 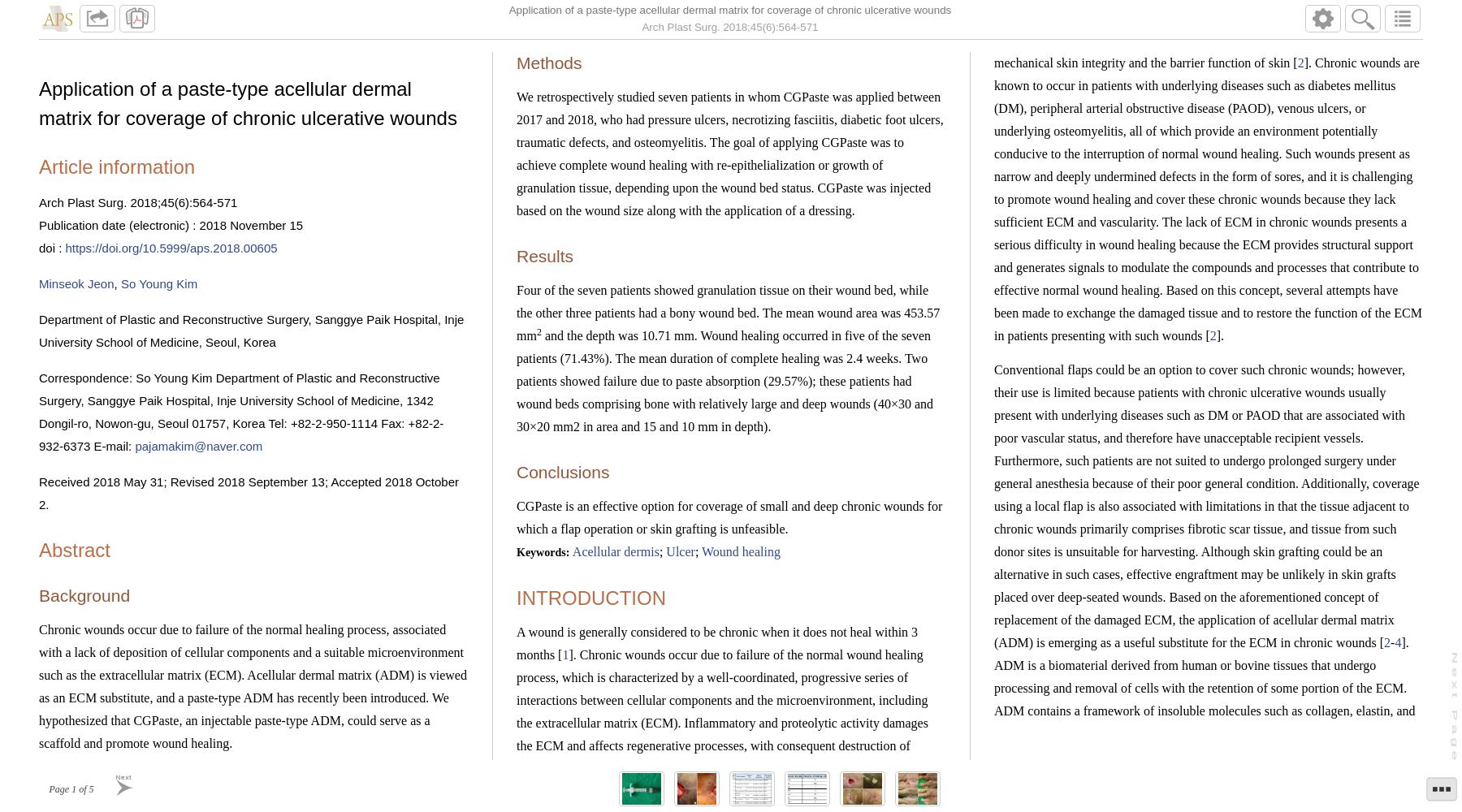 What do you see at coordinates (545, 254) in the screenshot?
I see `'Results'` at bounding box center [545, 254].